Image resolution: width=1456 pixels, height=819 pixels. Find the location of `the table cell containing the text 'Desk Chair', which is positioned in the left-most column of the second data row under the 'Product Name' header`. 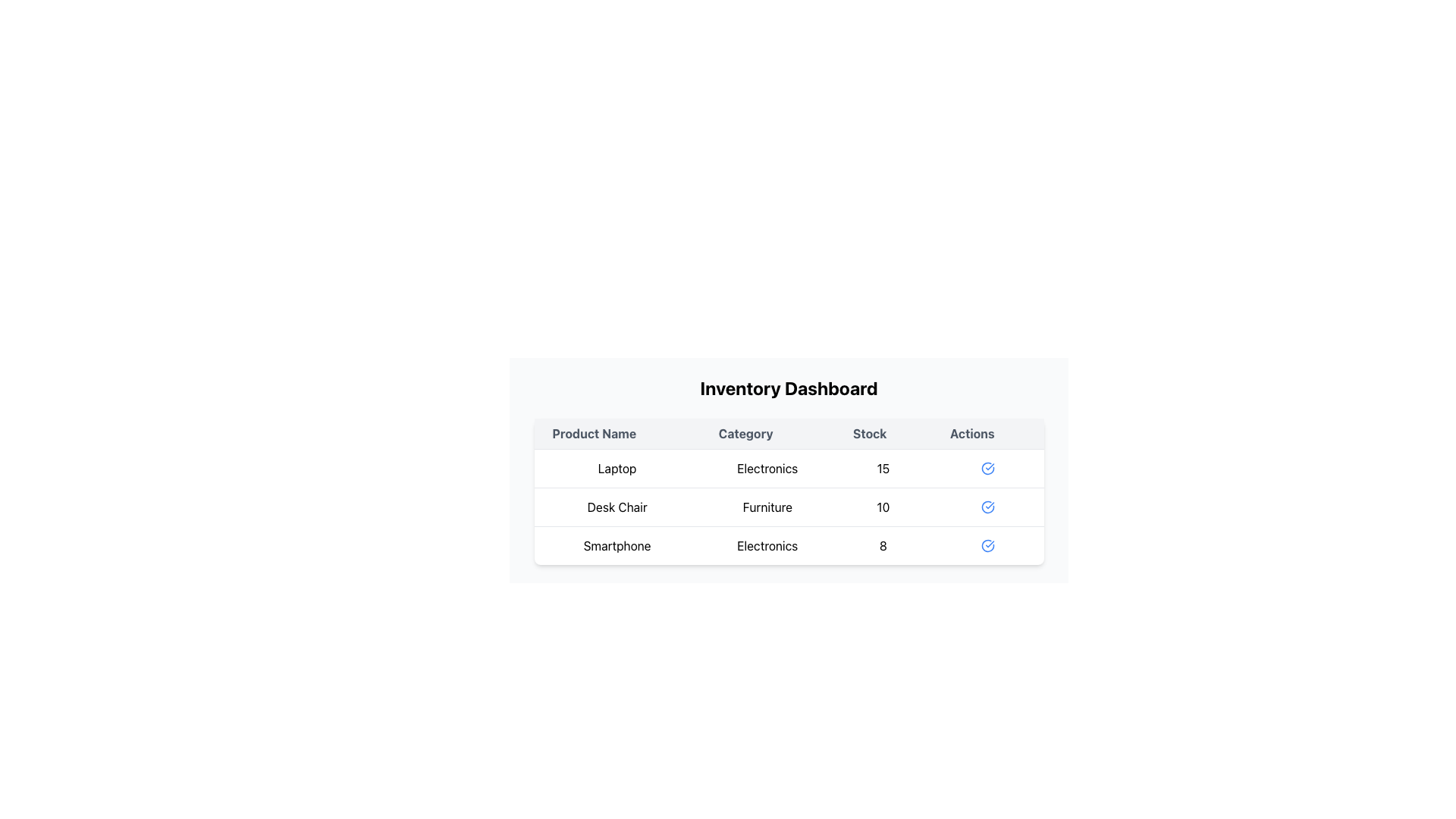

the table cell containing the text 'Desk Chair', which is positioned in the left-most column of the second data row under the 'Product Name' header is located at coordinates (617, 507).